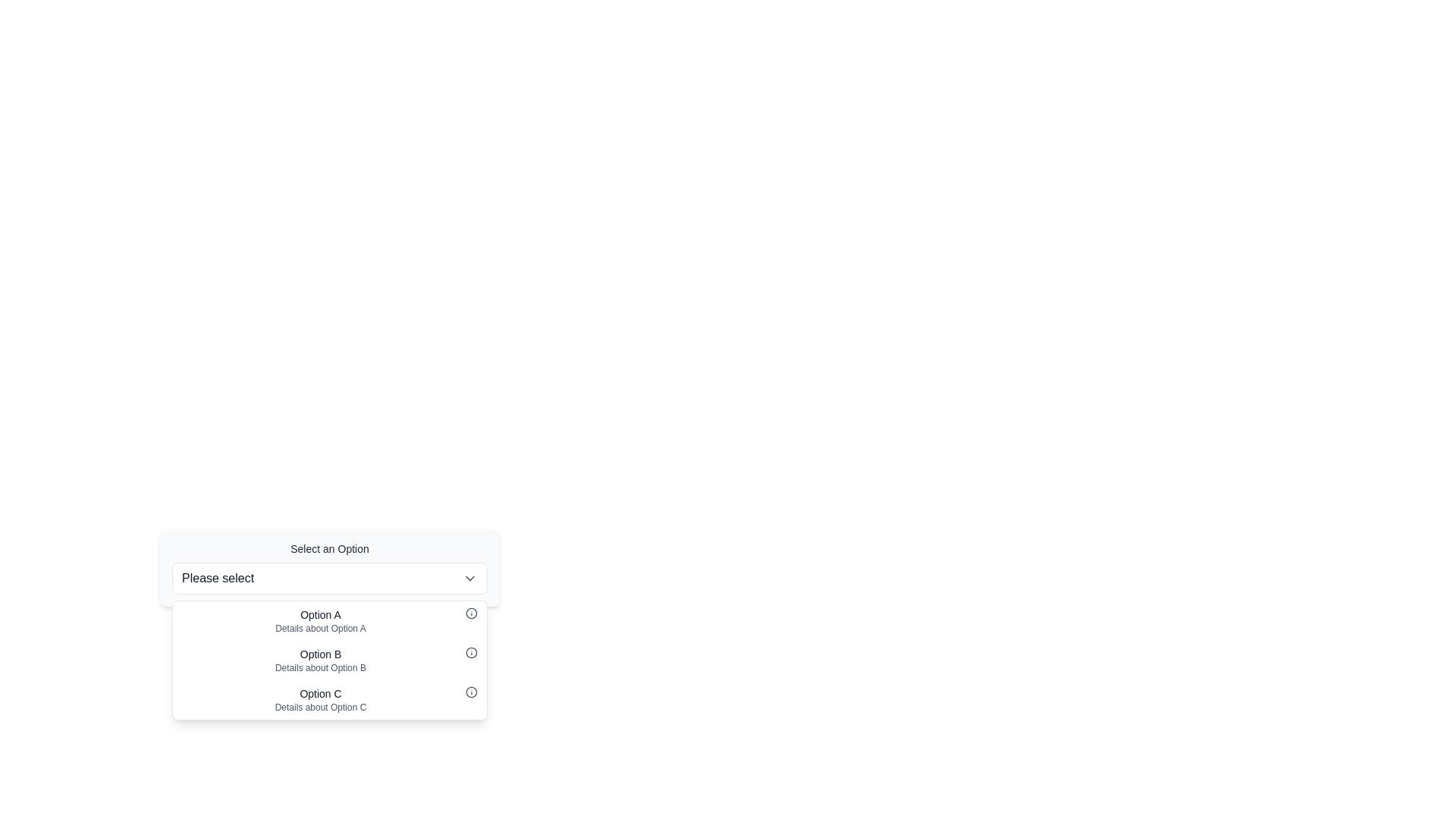 The width and height of the screenshot is (1456, 819). Describe the element at coordinates (329, 660) in the screenshot. I see `the dropdown menu option labeled 'Option B'` at that location.